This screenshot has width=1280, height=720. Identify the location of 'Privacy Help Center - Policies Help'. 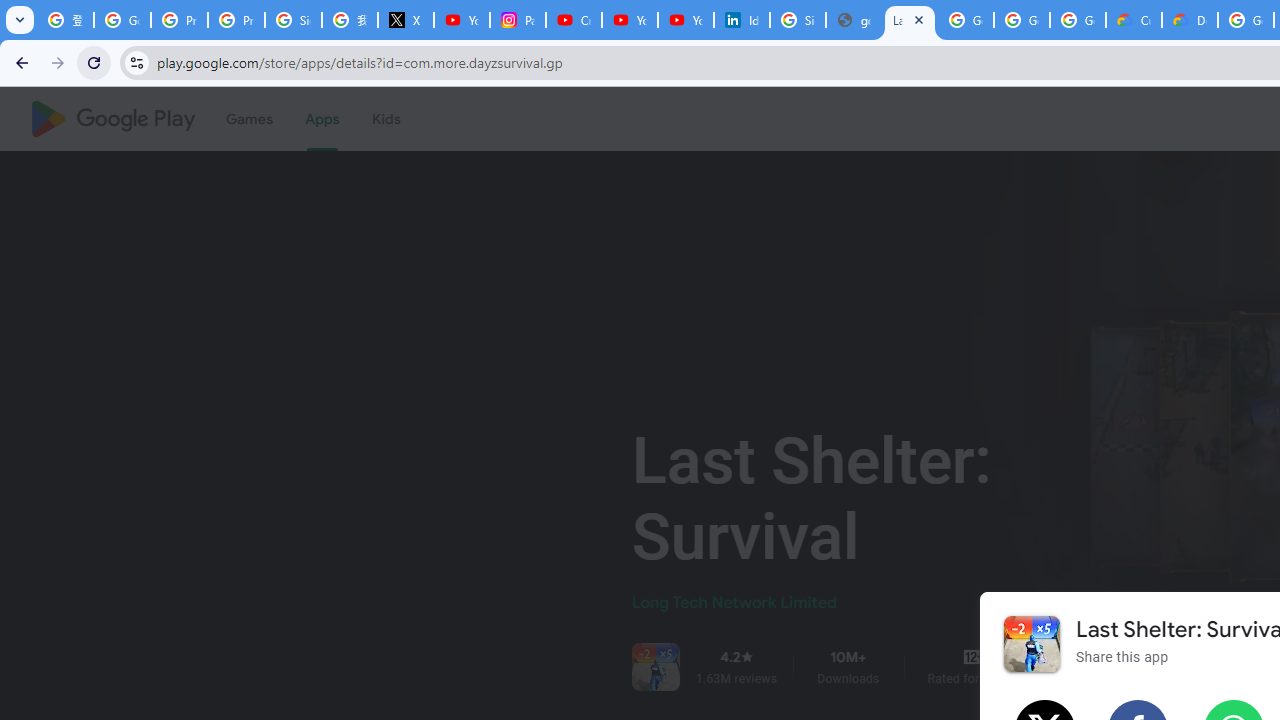
(179, 20).